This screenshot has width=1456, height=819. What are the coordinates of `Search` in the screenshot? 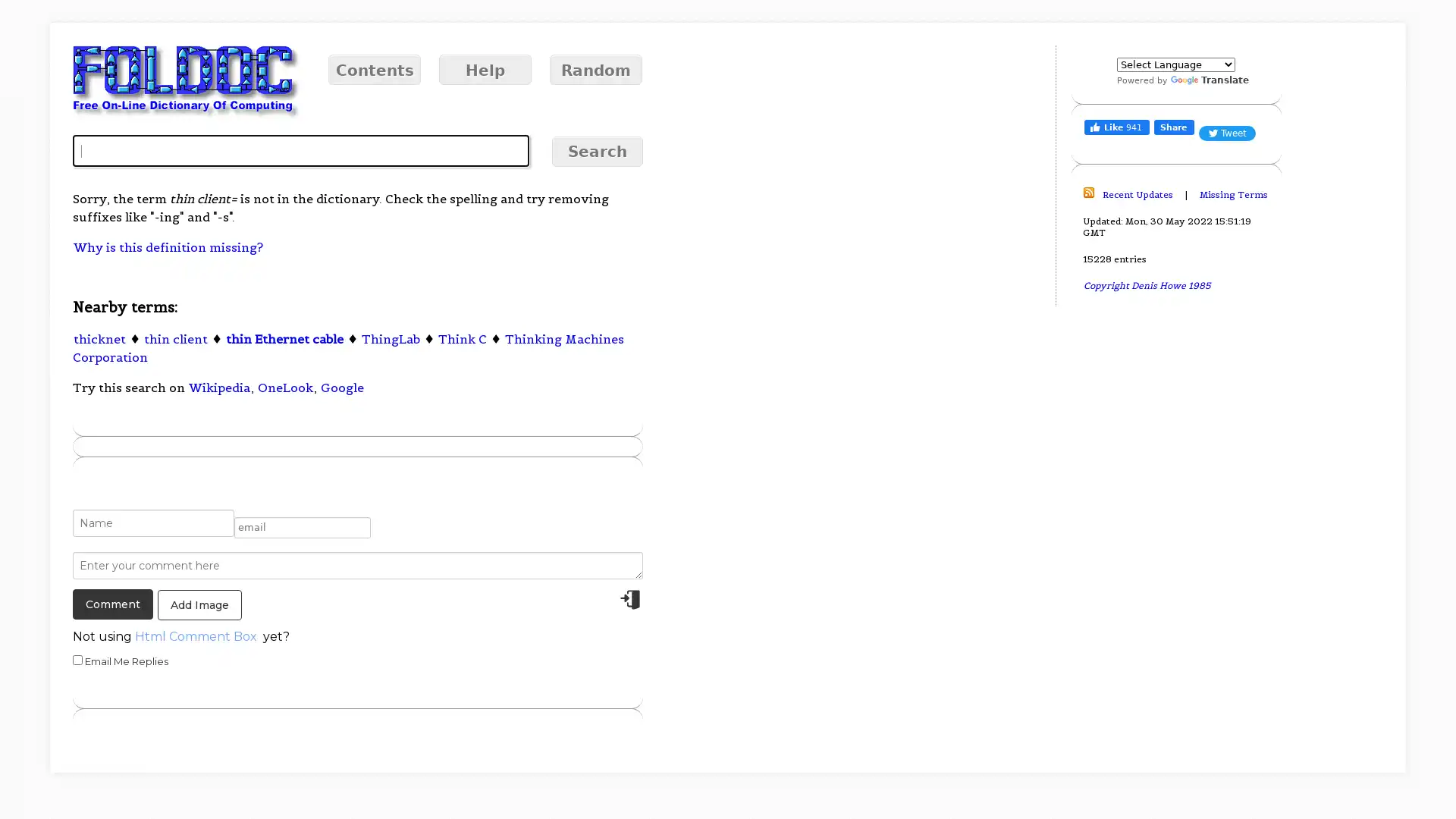 It's located at (596, 152).